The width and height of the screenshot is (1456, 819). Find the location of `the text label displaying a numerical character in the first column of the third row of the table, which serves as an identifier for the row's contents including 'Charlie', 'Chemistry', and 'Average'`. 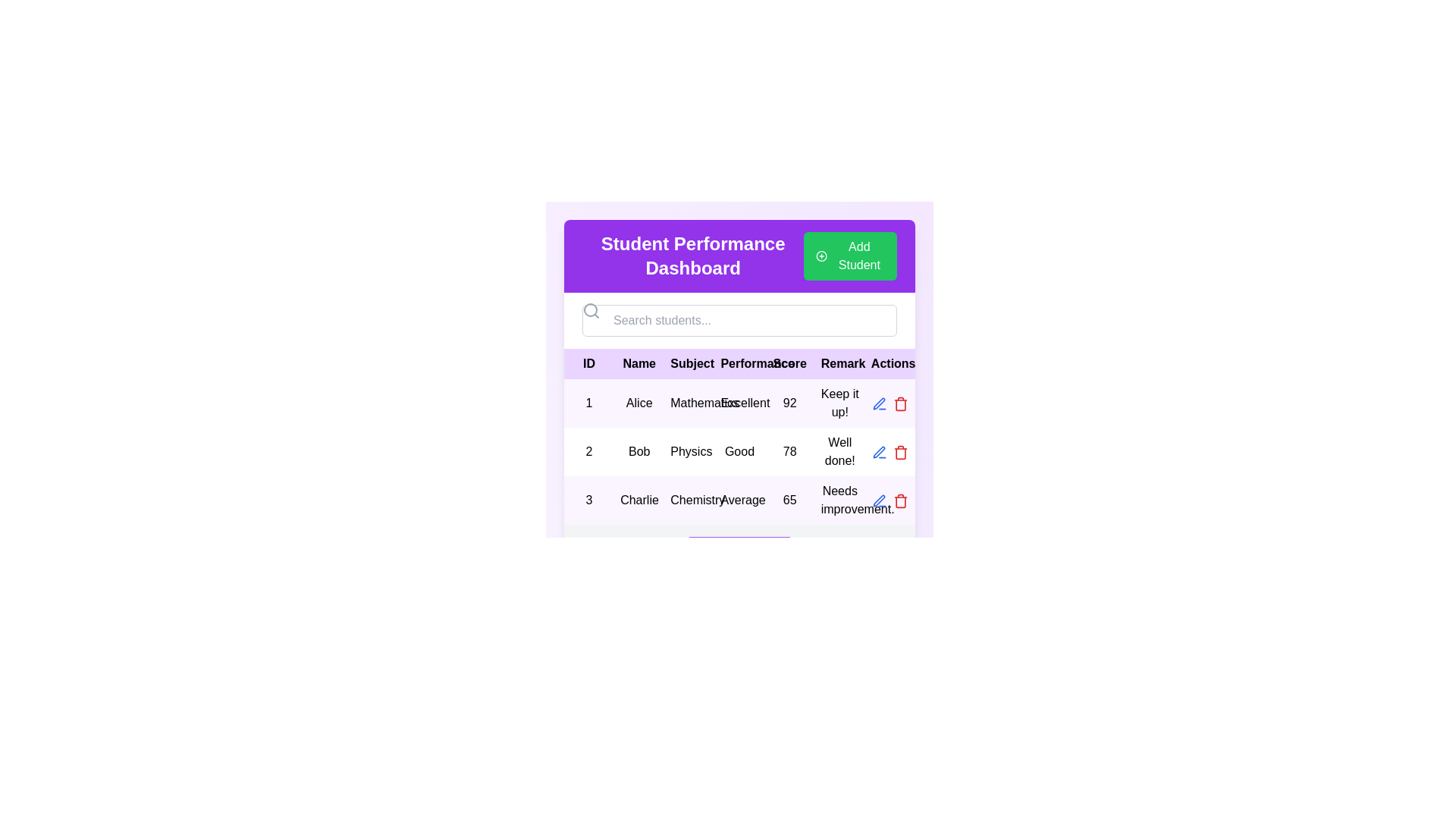

the text label displaying a numerical character in the first column of the third row of the table, which serves as an identifier for the row's contents including 'Charlie', 'Chemistry', and 'Average' is located at coordinates (588, 500).